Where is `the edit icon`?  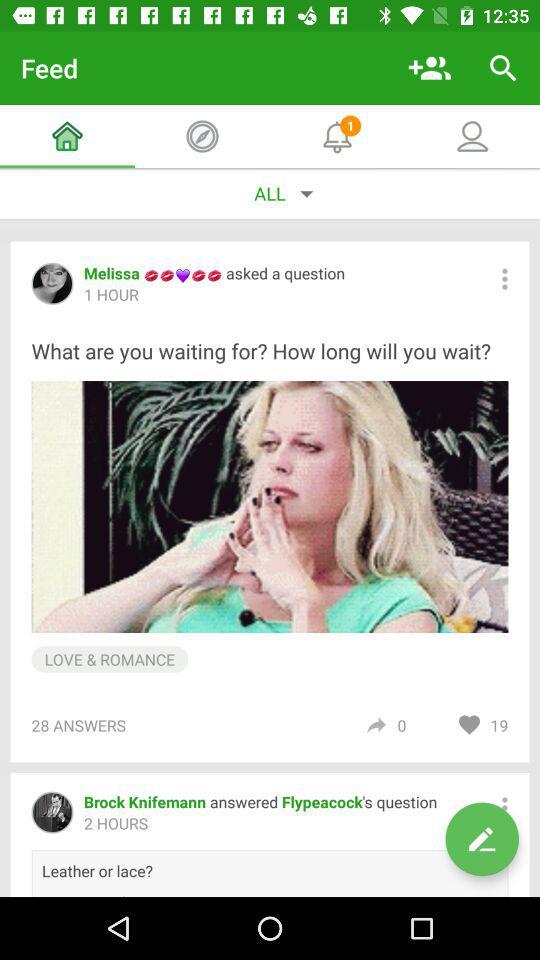
the edit icon is located at coordinates (481, 839).